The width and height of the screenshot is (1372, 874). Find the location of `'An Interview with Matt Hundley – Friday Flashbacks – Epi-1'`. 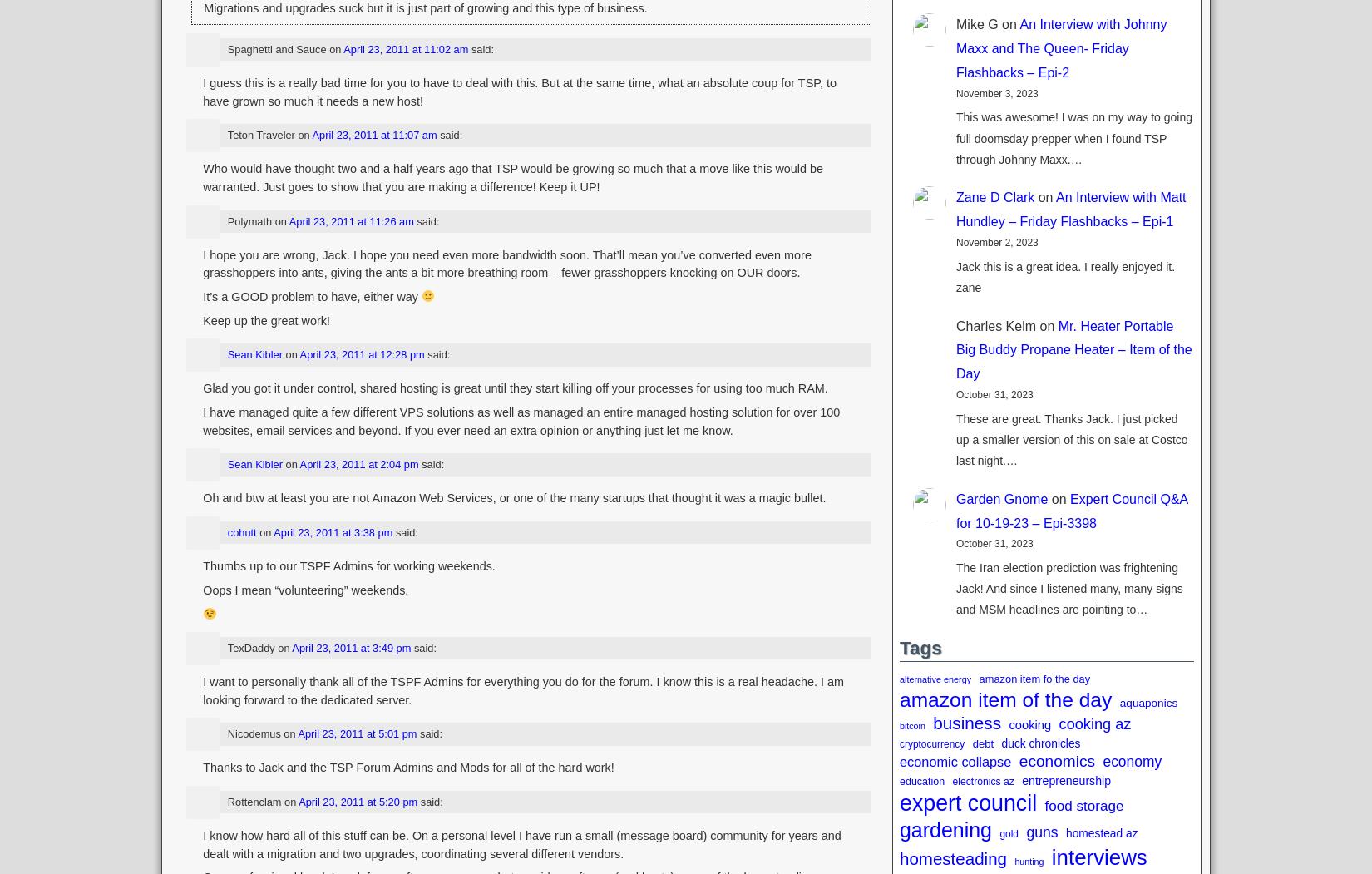

'An Interview with Matt Hundley – Friday Flashbacks – Epi-1' is located at coordinates (1069, 210).